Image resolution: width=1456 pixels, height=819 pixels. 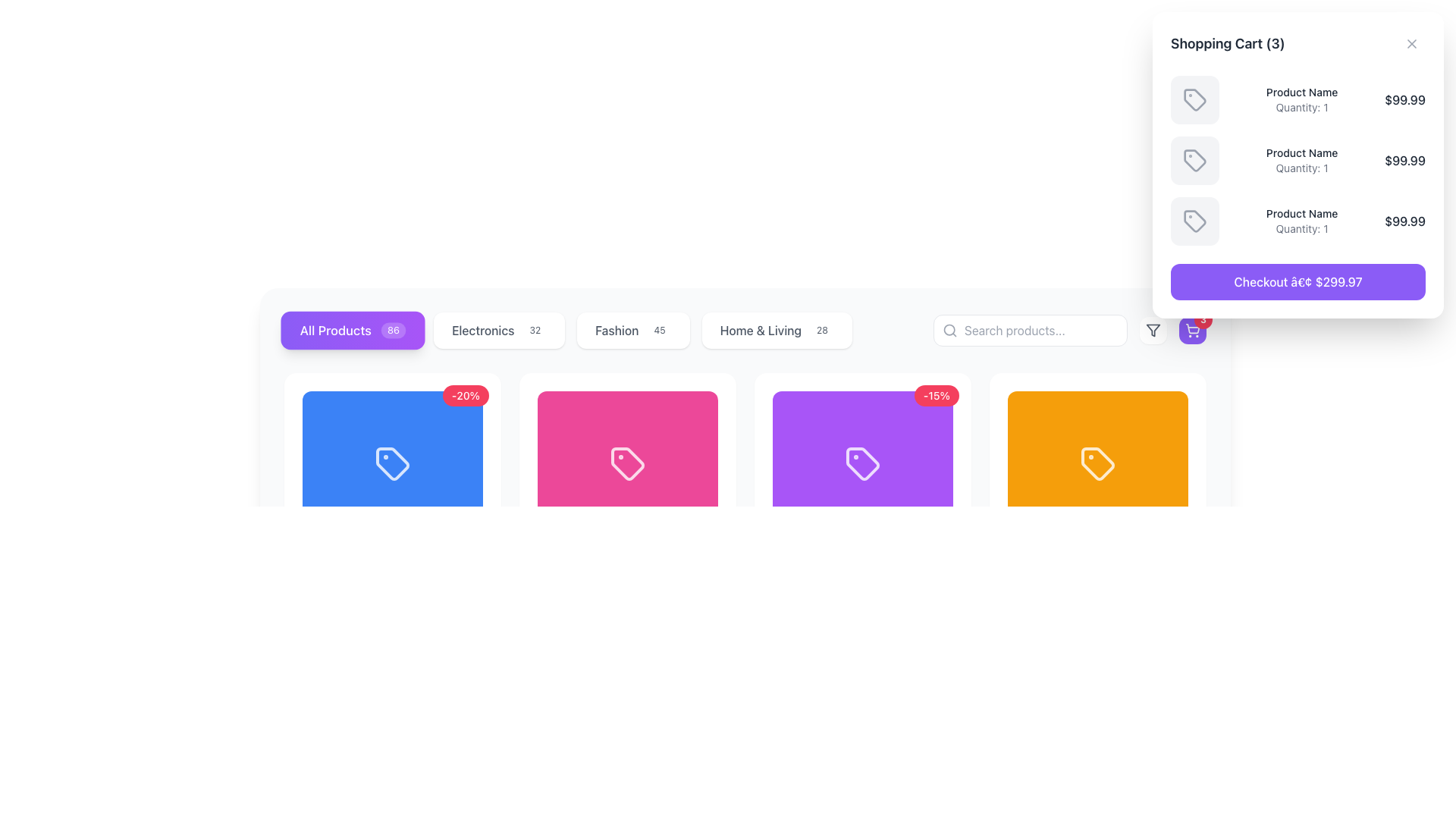 What do you see at coordinates (862, 511) in the screenshot?
I see `the third product card in the catalog, located in the second row` at bounding box center [862, 511].